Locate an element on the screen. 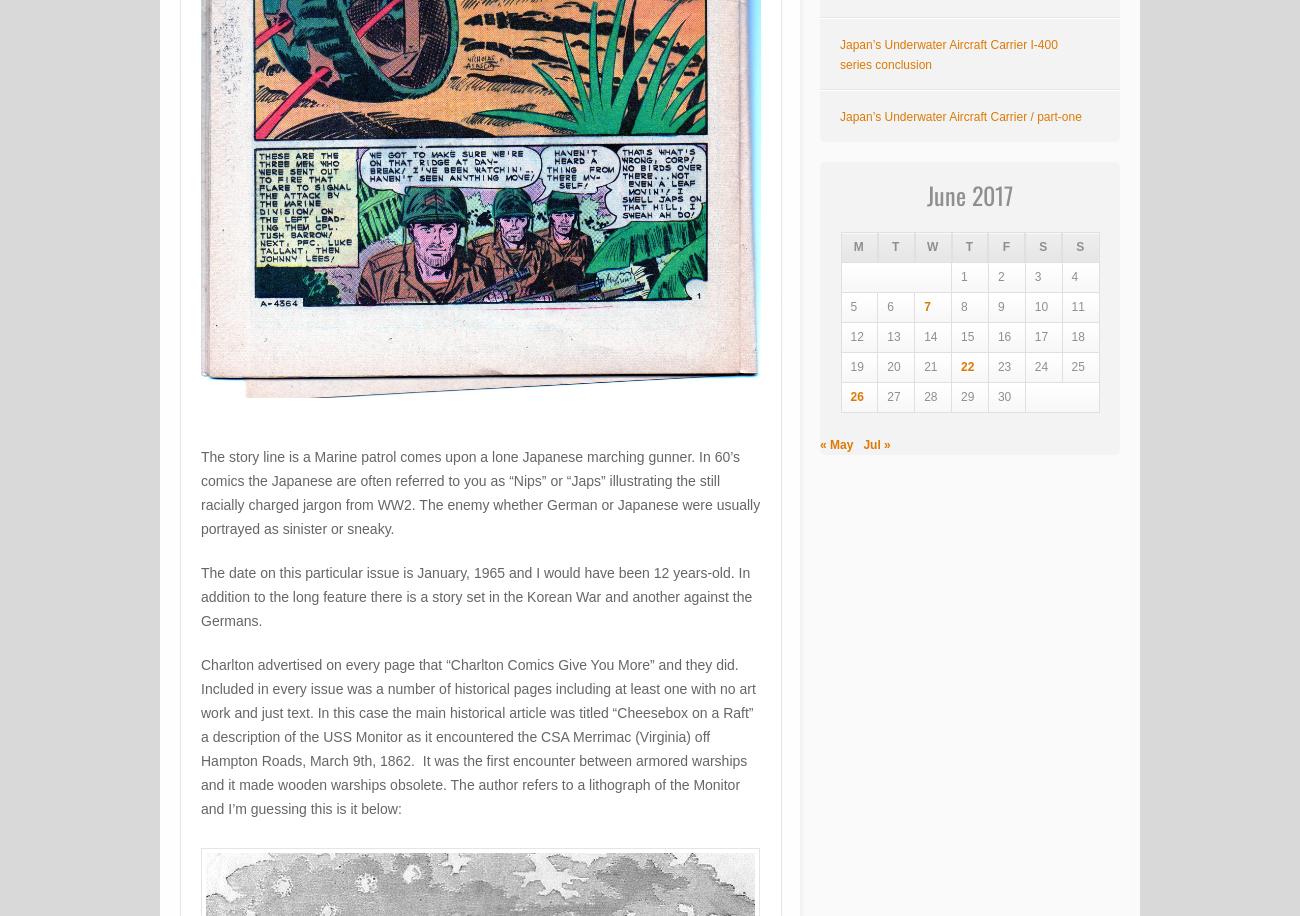  '28' is located at coordinates (930, 396).